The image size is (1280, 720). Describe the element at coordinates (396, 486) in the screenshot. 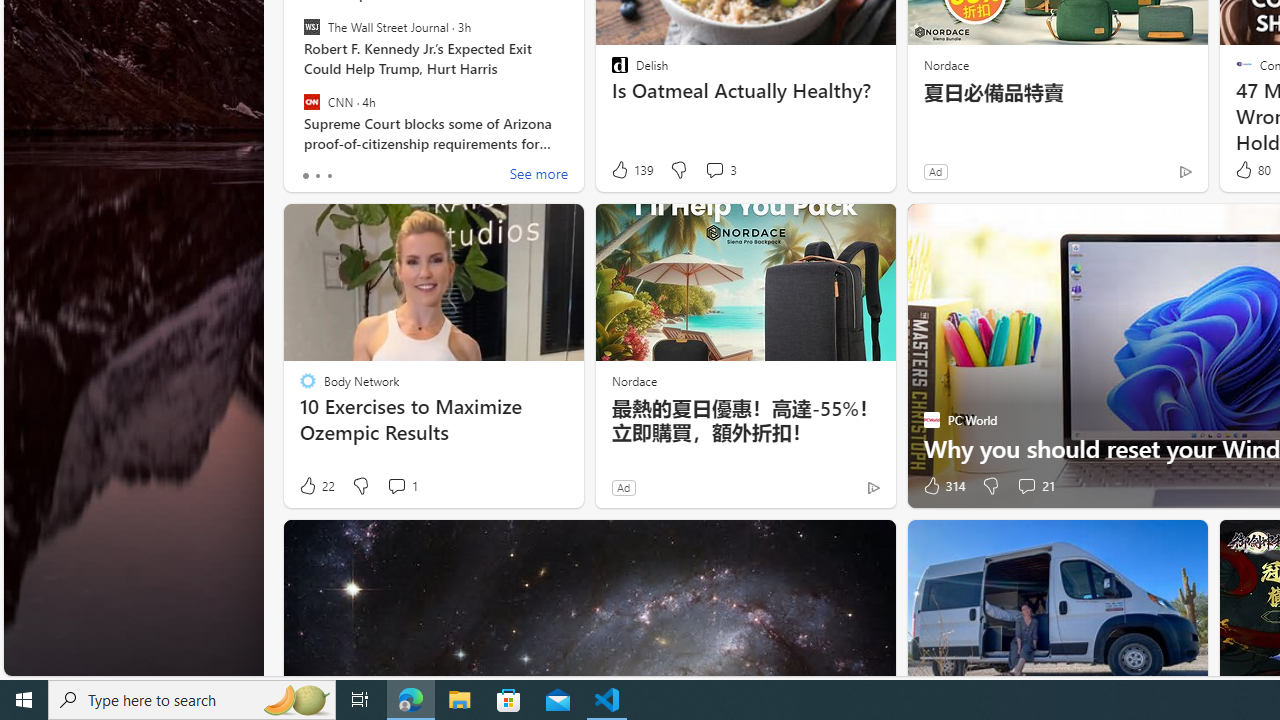

I see `'View comments 1 Comment'` at that location.